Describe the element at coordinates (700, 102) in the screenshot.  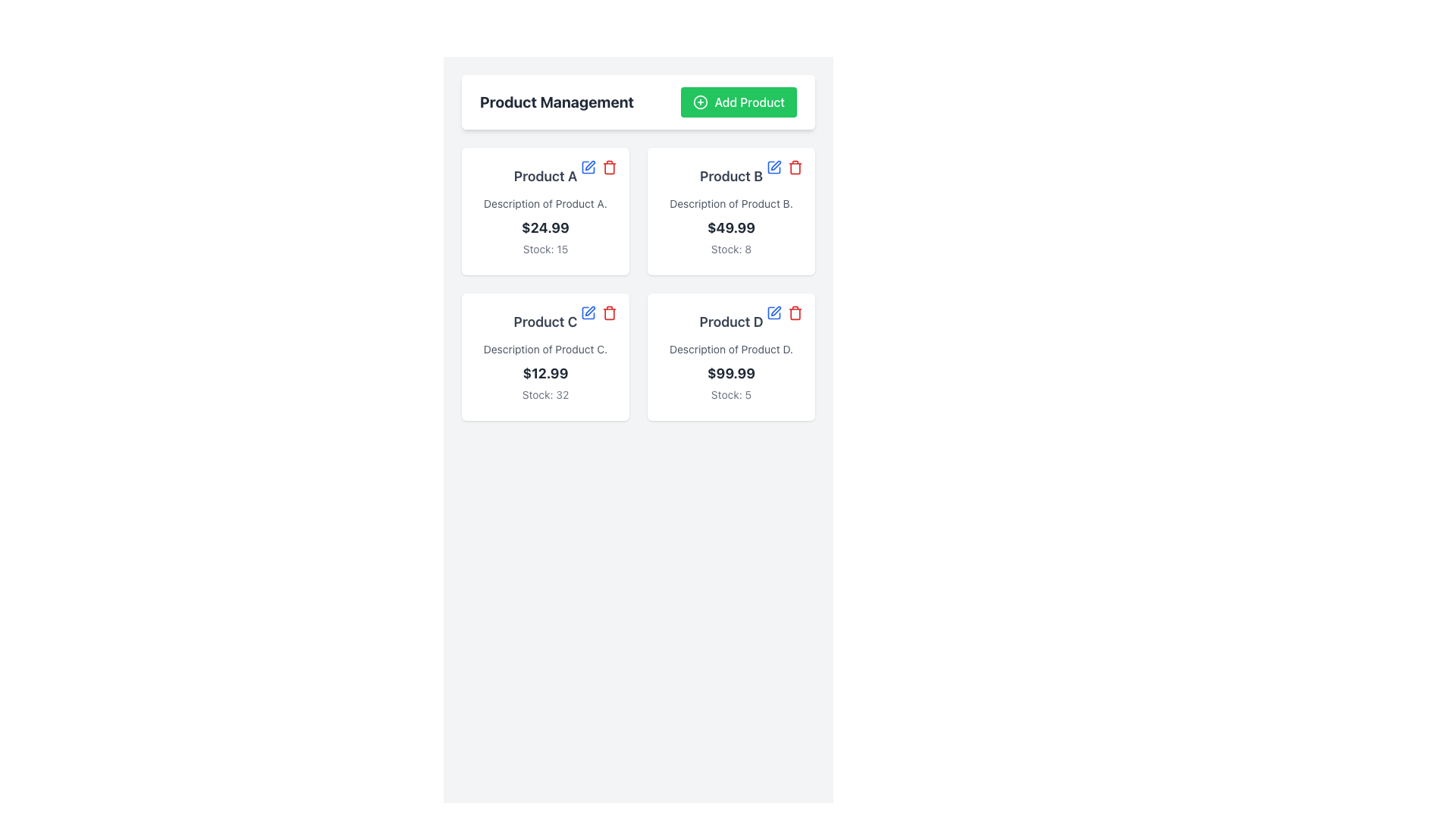
I see `the 'Add Product' button which features a decorative element in its SVG icon, located in the top-right region next to the 'Product Management' text header` at that location.